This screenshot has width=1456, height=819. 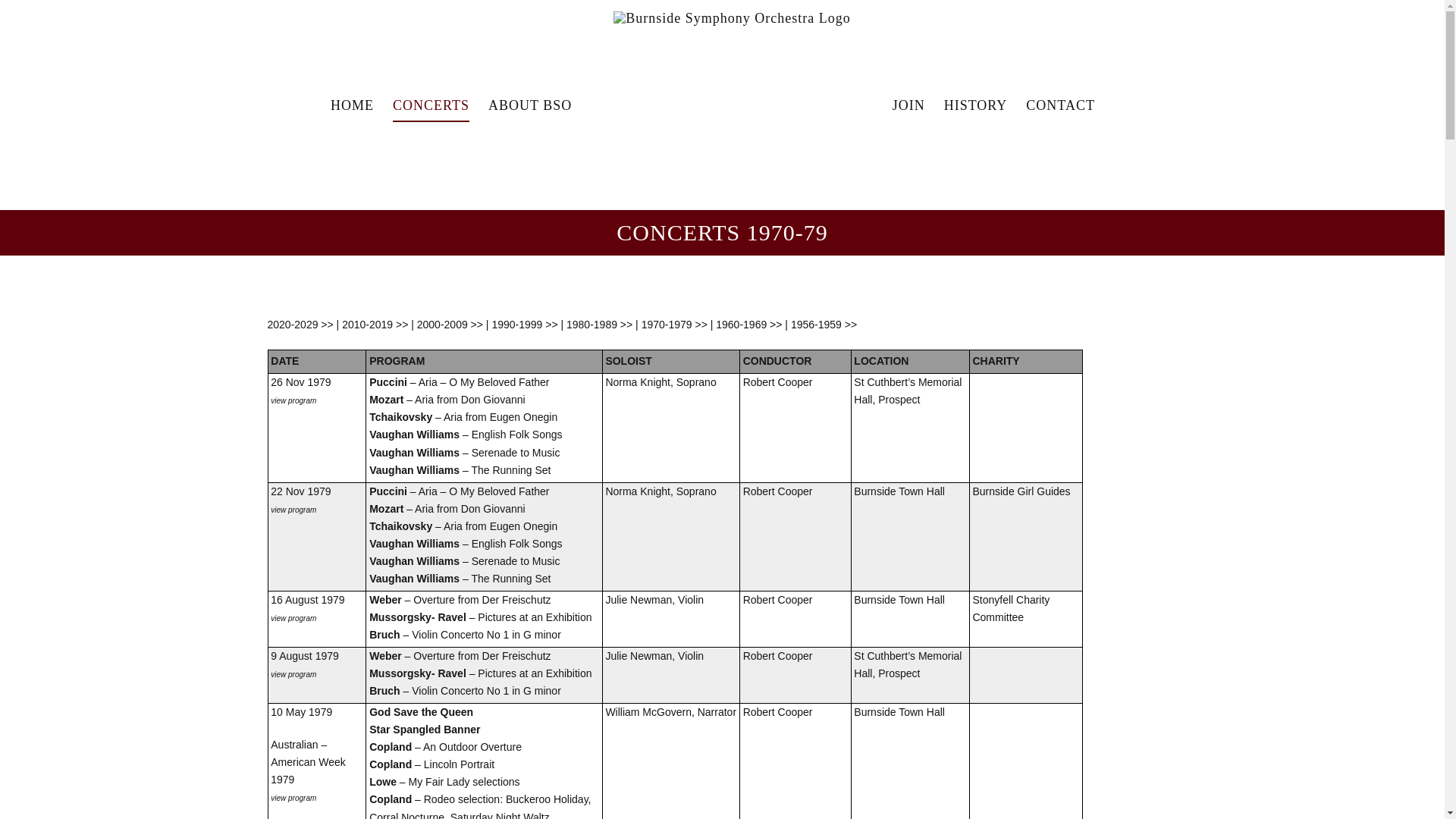 I want to click on 'view program', so click(x=293, y=399).